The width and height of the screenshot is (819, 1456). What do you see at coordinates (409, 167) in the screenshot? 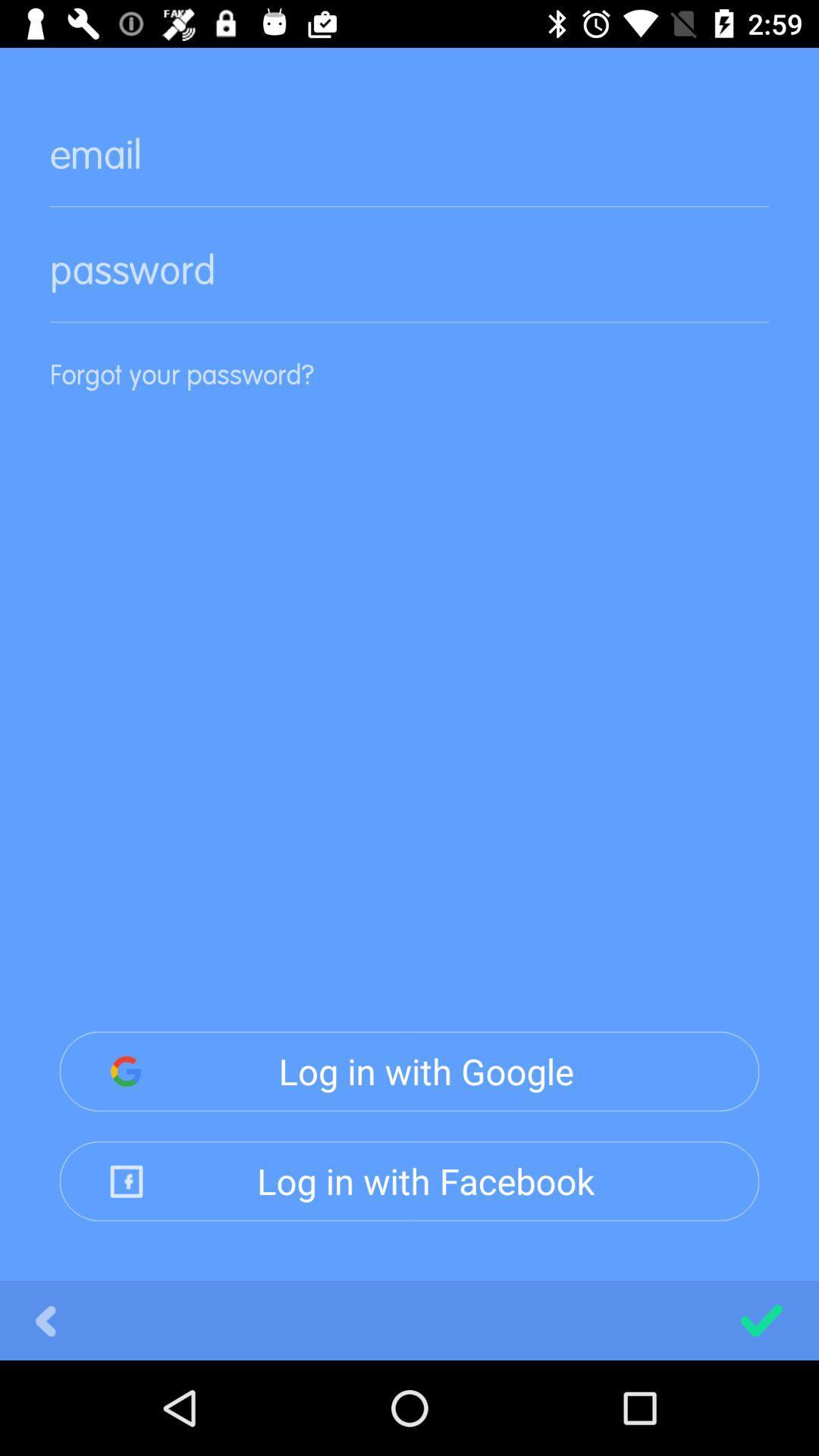
I see `email here` at bounding box center [409, 167].